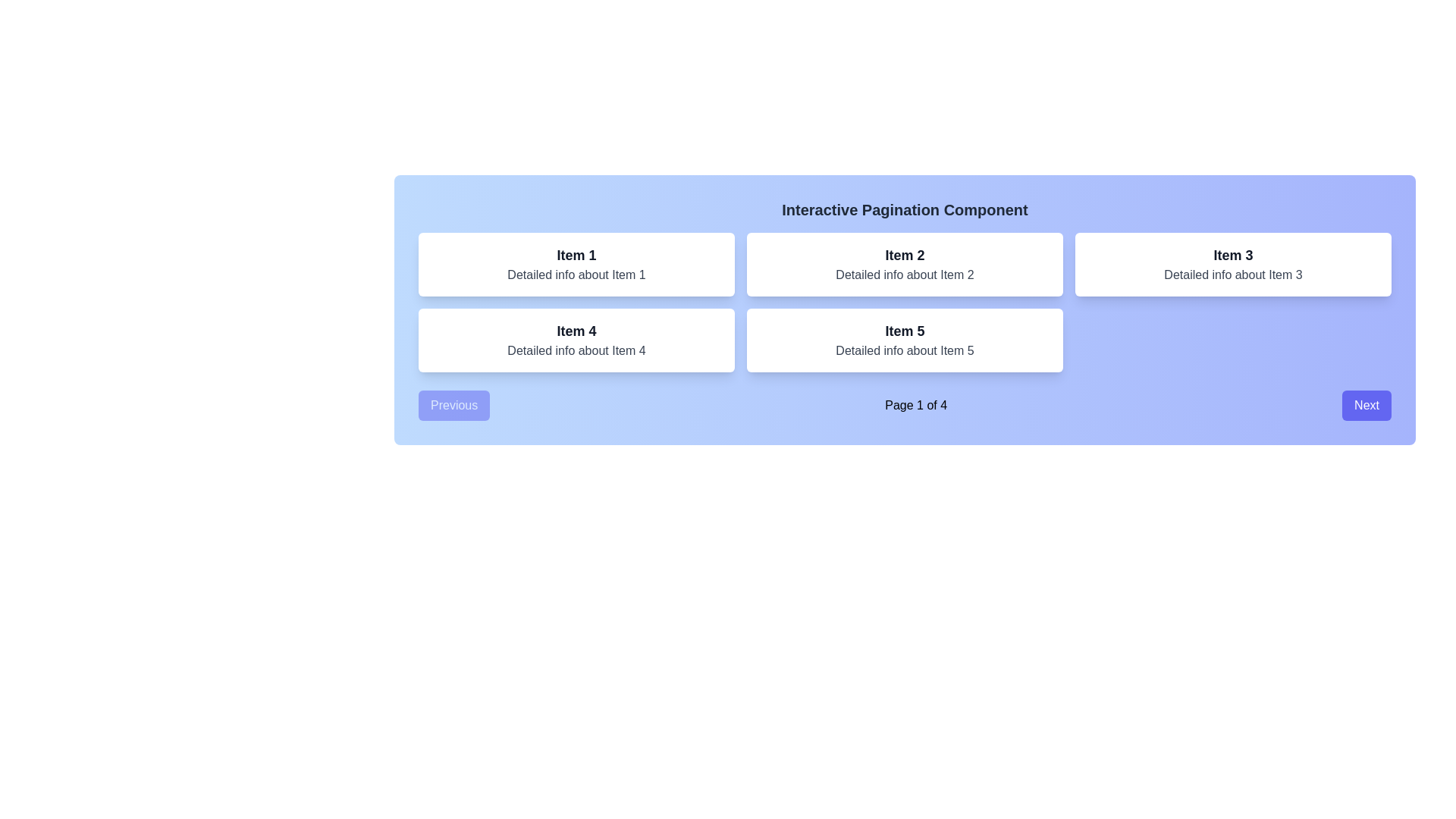 The image size is (1456, 819). I want to click on the text label displaying 'Item 4', which is located at the left center of the second row in a grid of five containers, so click(576, 330).